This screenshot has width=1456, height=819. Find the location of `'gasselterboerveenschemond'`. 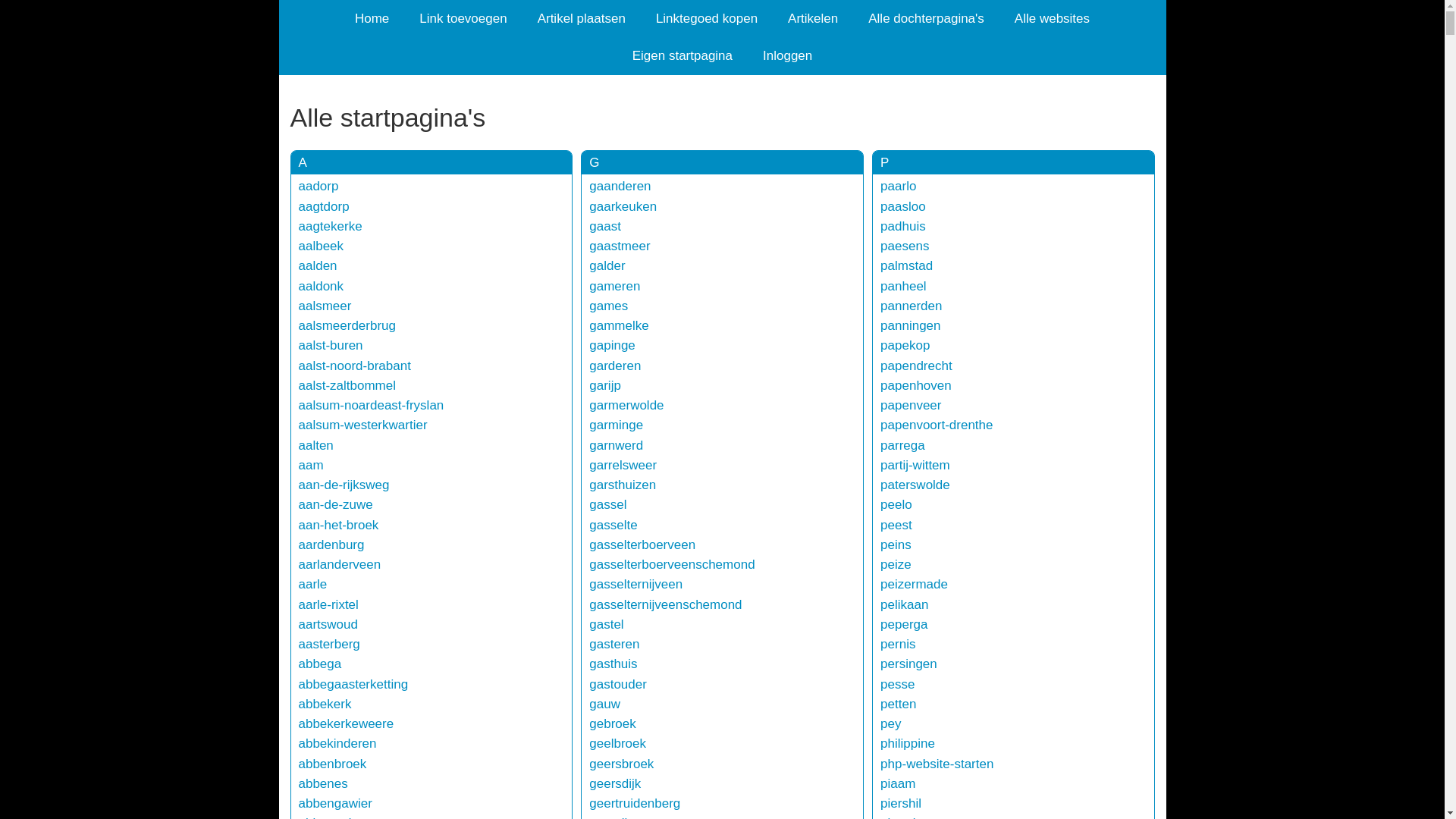

'gasselterboerveenschemond' is located at coordinates (671, 564).